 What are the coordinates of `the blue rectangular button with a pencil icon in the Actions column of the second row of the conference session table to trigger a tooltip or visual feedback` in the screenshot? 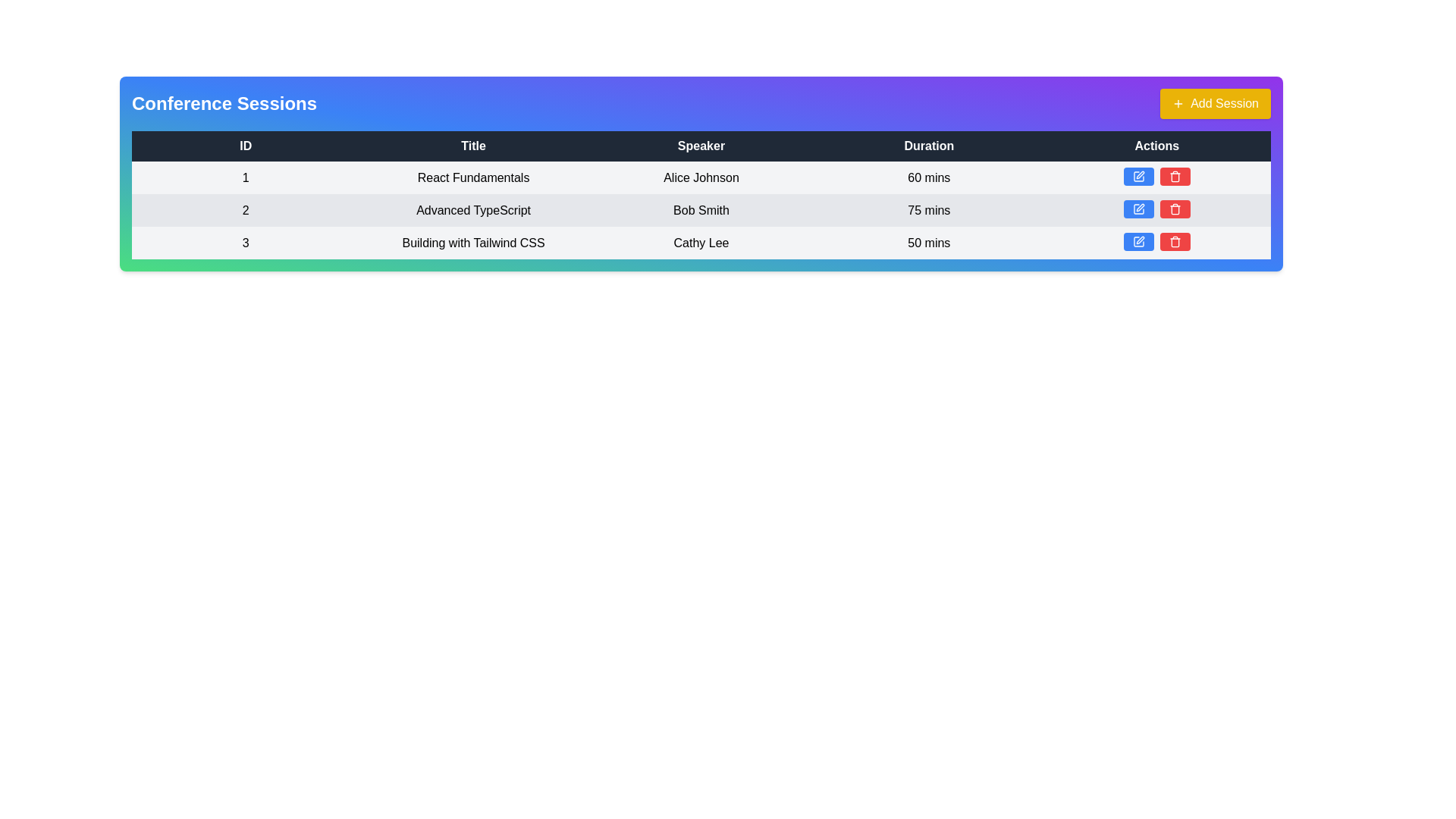 It's located at (1138, 209).